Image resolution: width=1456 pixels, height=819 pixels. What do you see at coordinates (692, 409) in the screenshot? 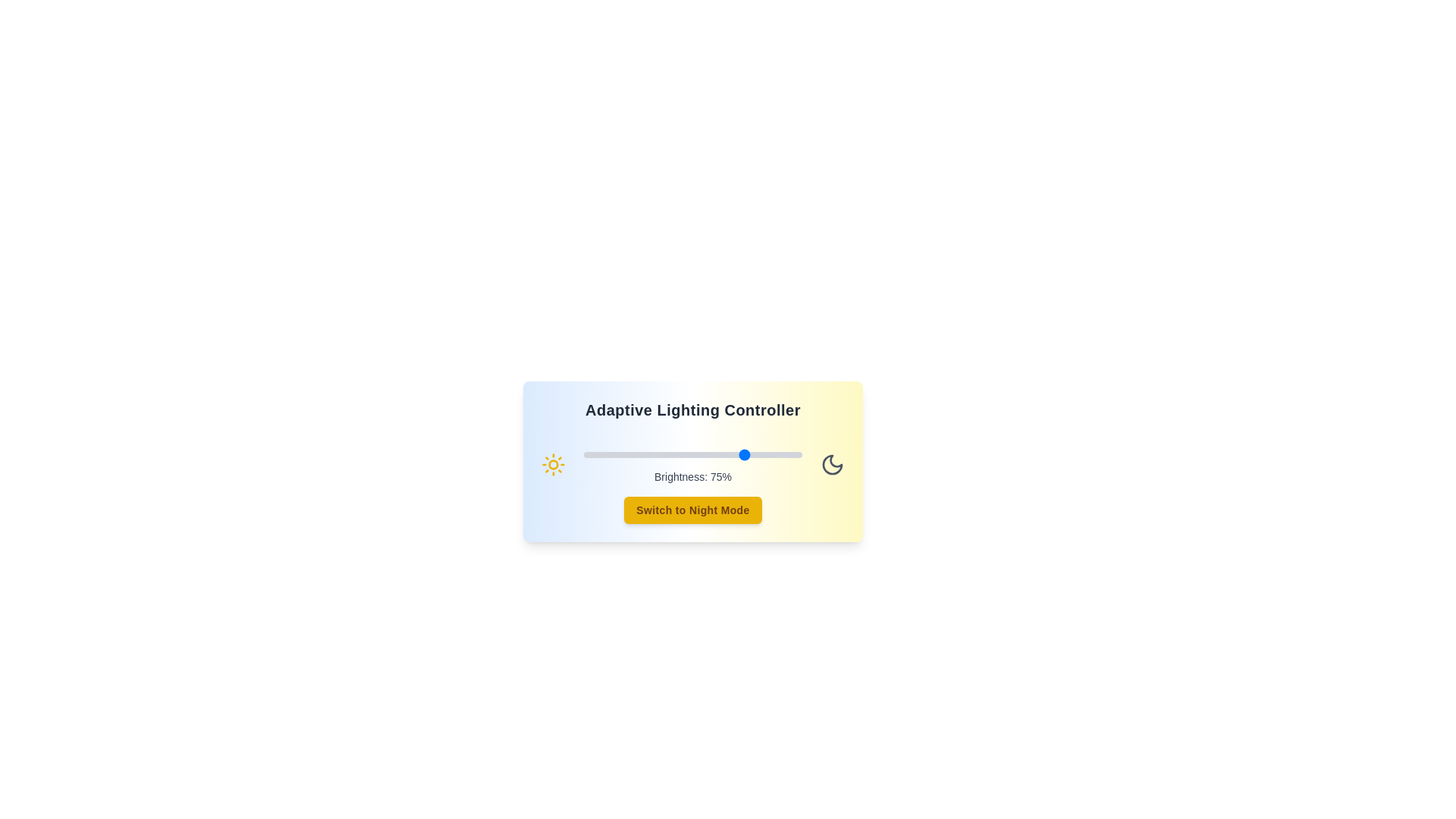
I see `the title Label at the top center of the adaptive lighting interface, which is located above the brightness controls and the 'Switch to Night Mode' button` at bounding box center [692, 409].